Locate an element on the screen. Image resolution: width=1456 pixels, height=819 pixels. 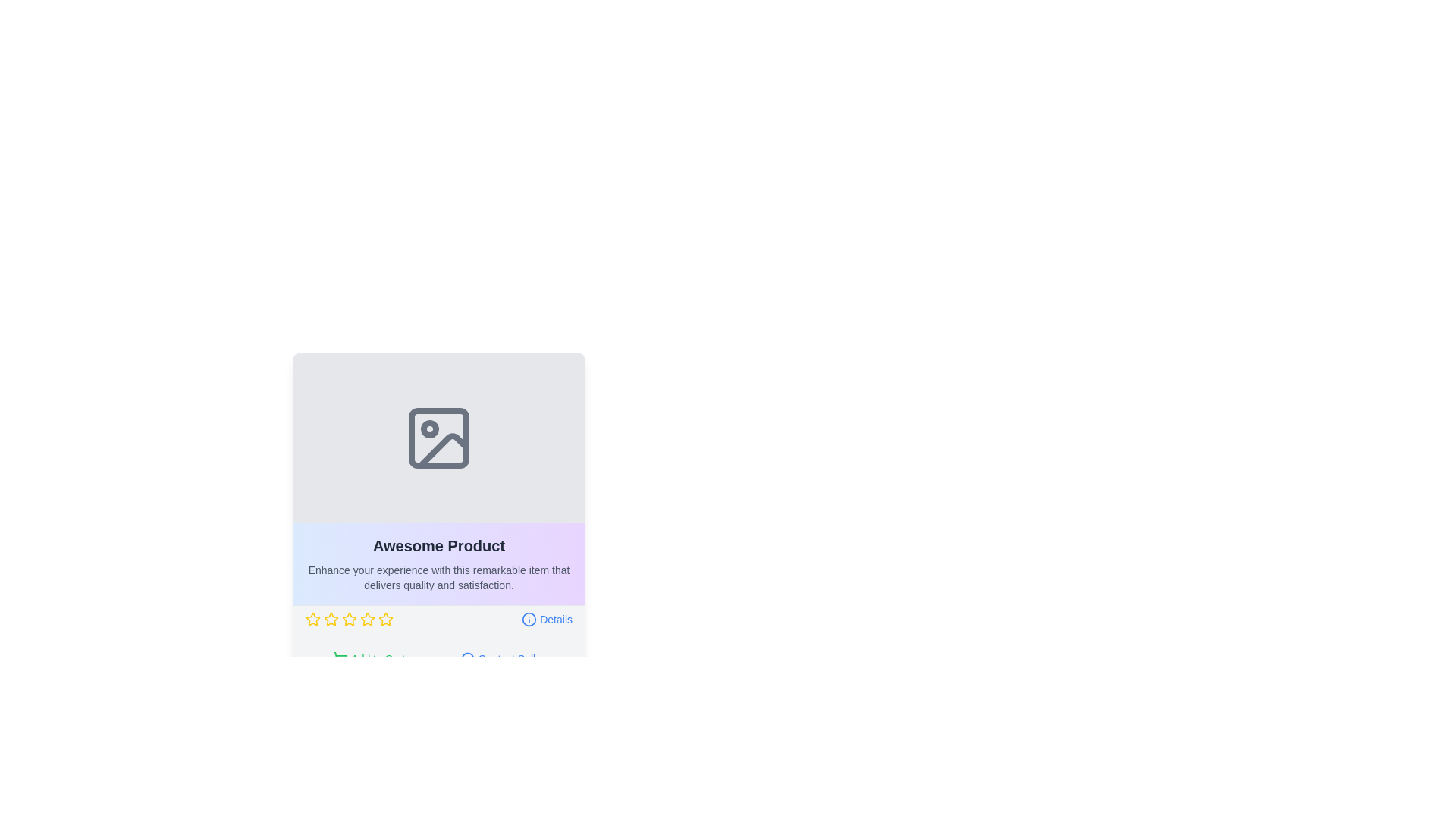
the third rating star is located at coordinates (330, 620).